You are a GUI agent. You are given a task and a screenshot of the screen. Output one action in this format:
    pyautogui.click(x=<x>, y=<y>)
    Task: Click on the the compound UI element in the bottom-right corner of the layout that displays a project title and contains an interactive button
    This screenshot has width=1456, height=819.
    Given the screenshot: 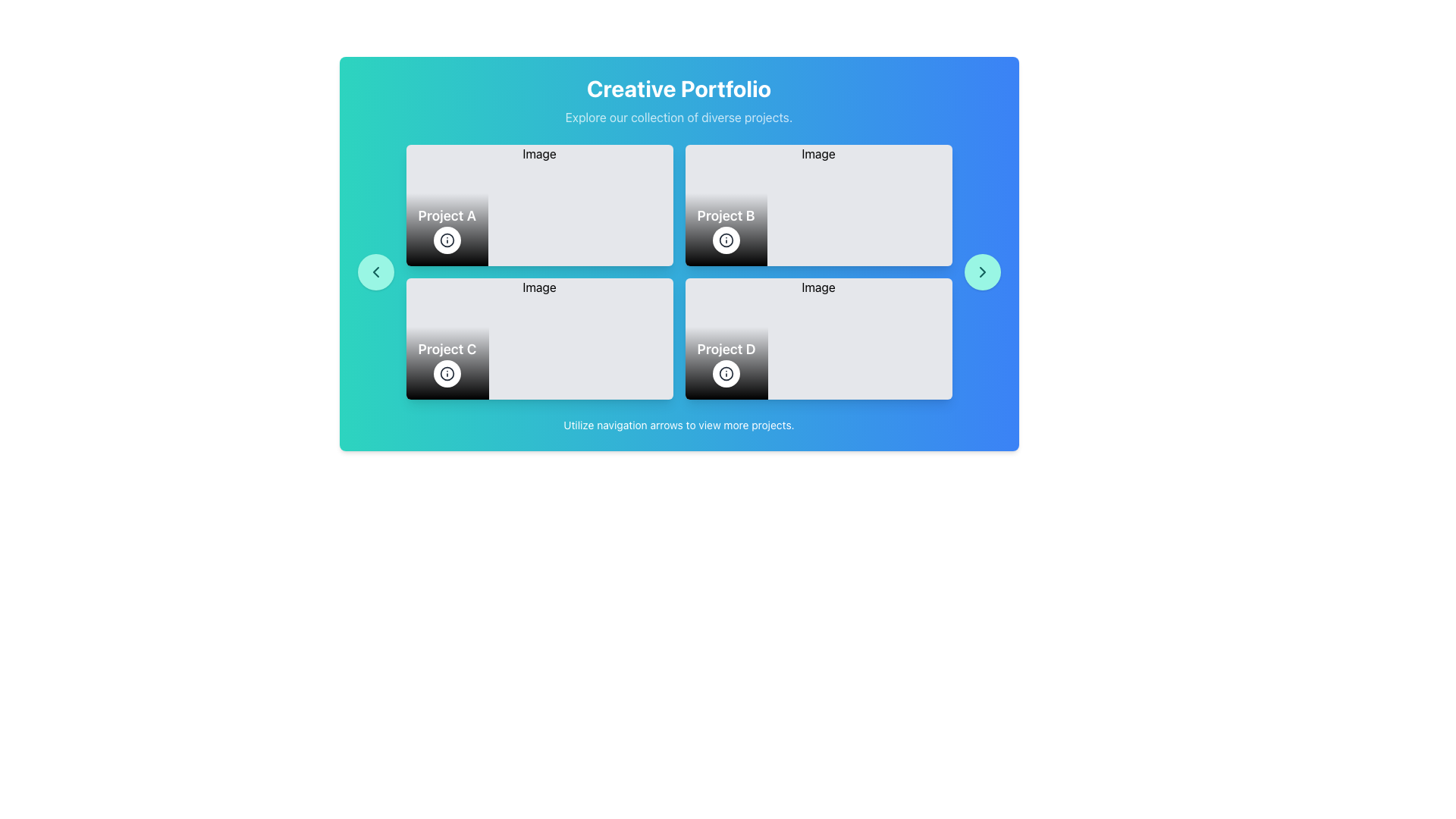 What is the action you would take?
    pyautogui.click(x=726, y=362)
    